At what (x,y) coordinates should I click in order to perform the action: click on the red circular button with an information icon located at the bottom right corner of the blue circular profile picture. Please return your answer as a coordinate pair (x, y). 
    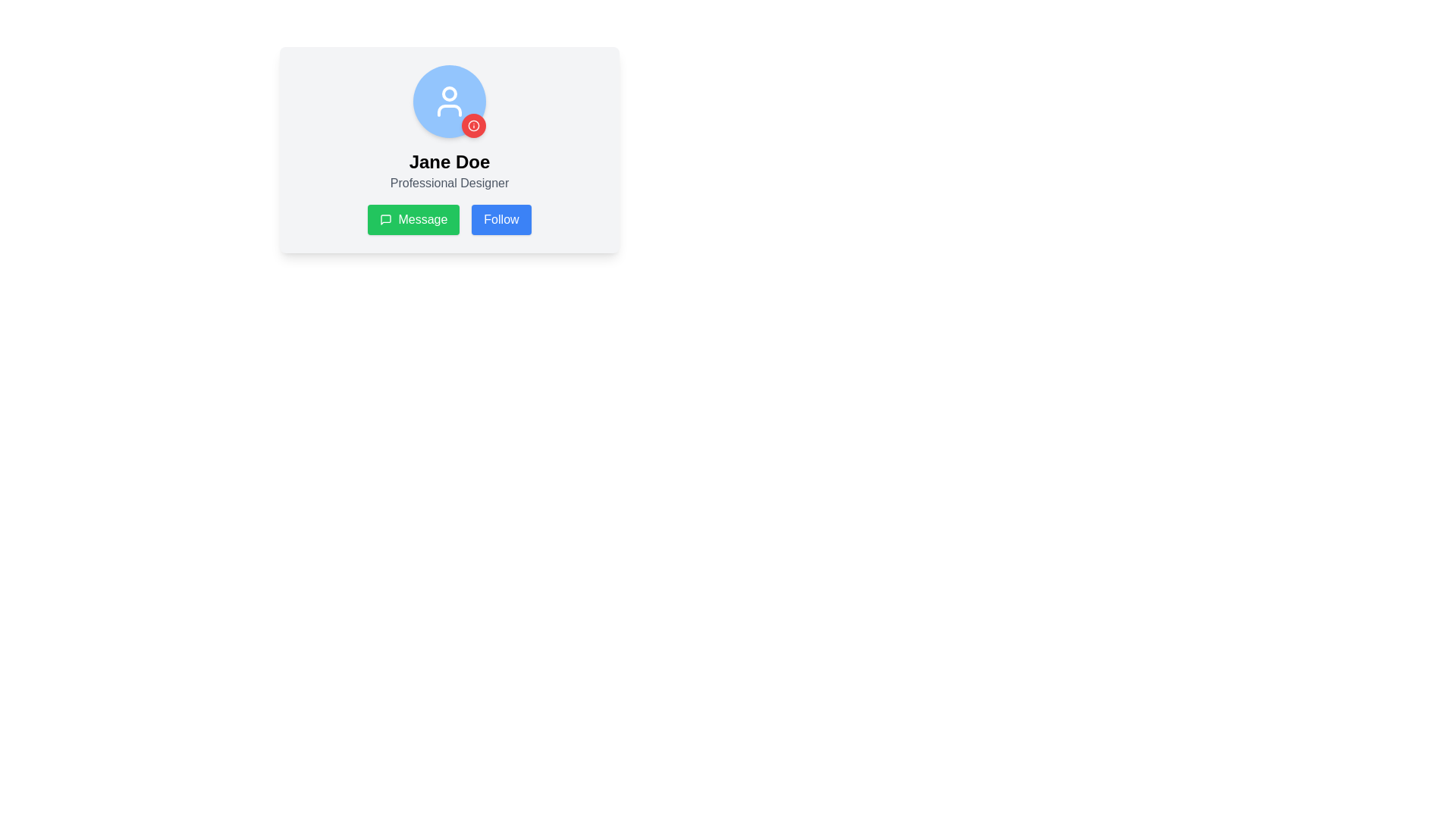
    Looking at the image, I should click on (472, 124).